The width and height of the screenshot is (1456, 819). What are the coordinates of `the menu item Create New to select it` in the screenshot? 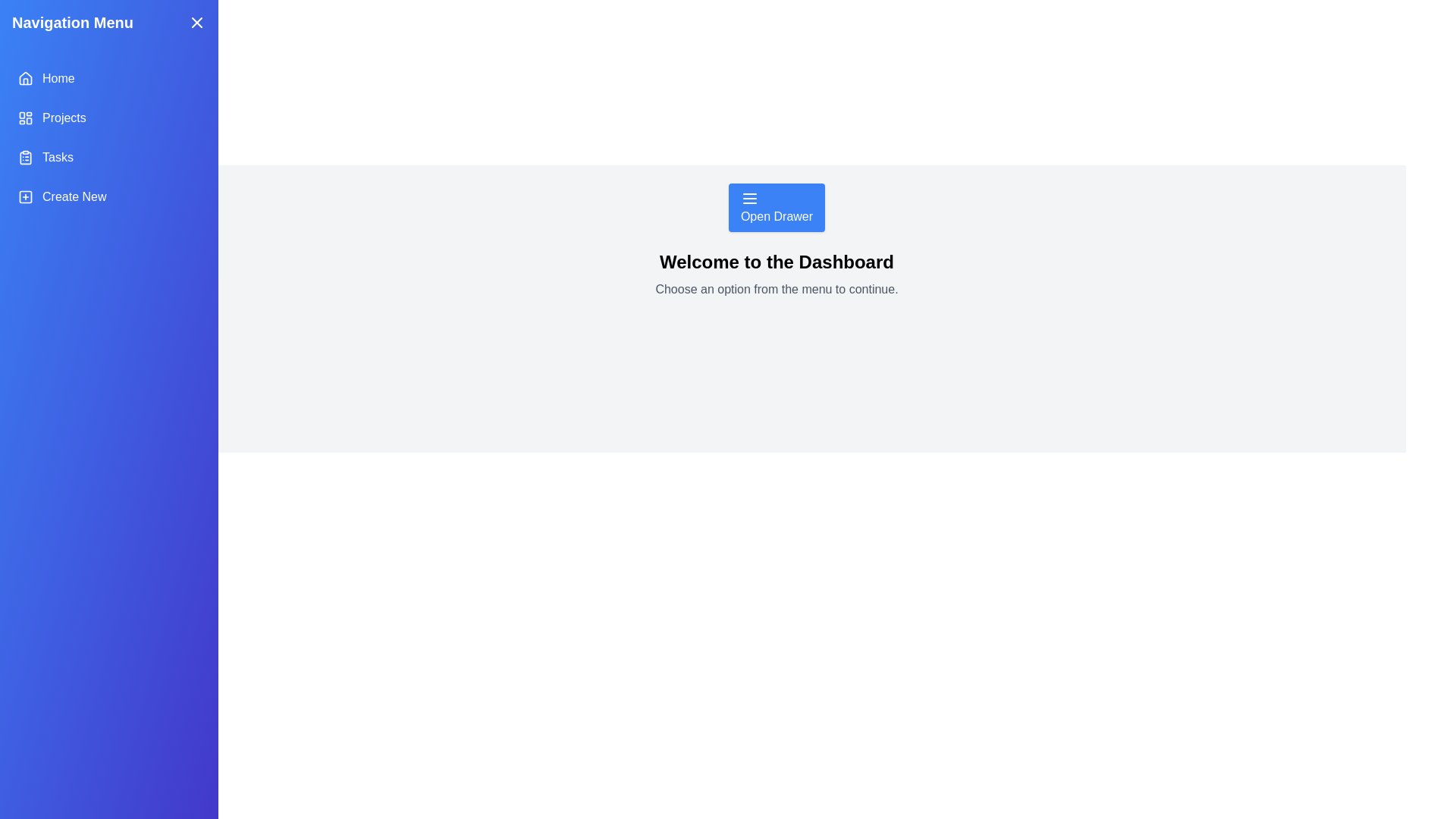 It's located at (108, 196).